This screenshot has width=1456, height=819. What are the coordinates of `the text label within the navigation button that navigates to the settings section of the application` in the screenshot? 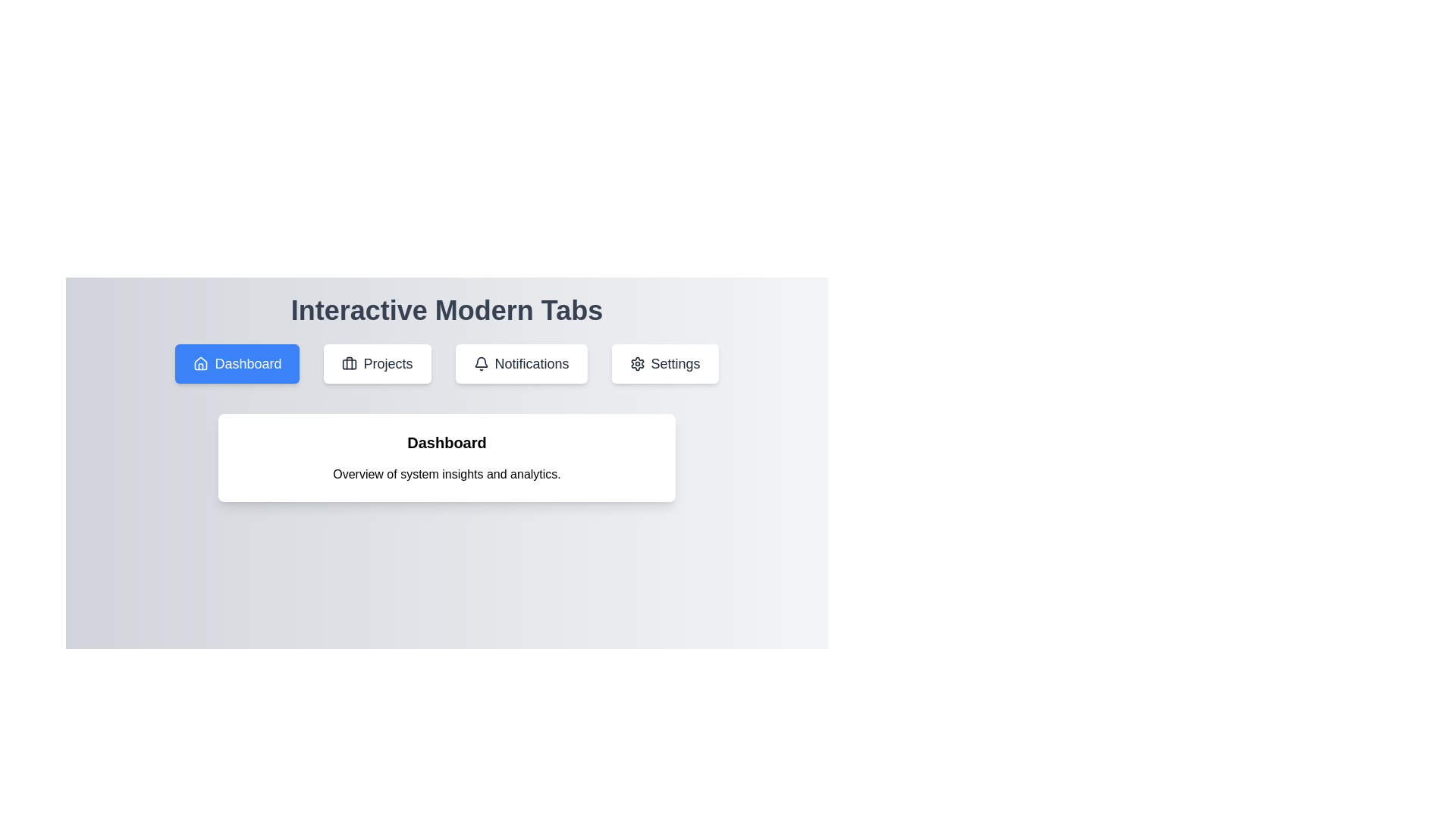 It's located at (675, 363).